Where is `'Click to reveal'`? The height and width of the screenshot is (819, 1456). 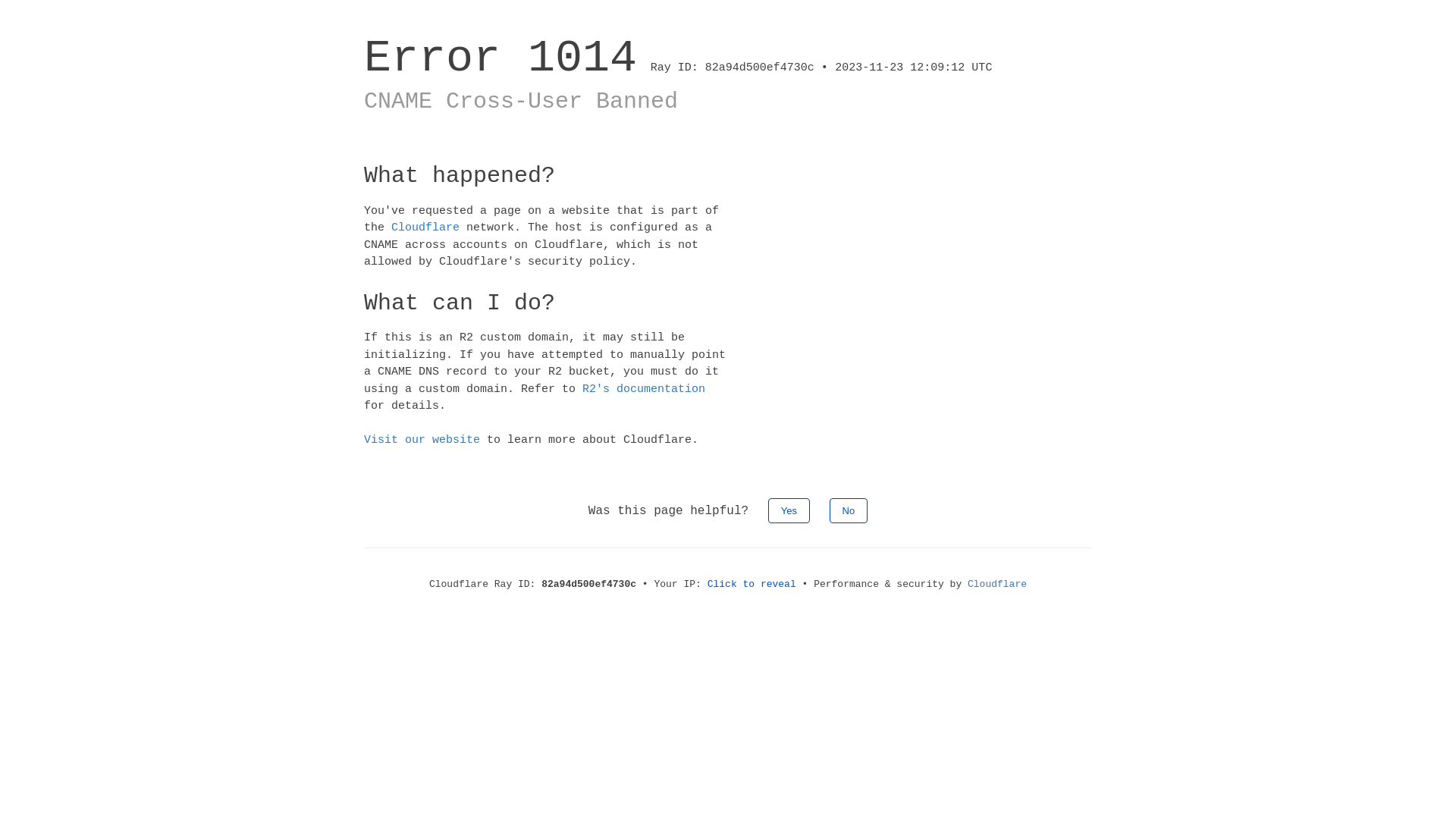 'Click to reveal' is located at coordinates (706, 582).